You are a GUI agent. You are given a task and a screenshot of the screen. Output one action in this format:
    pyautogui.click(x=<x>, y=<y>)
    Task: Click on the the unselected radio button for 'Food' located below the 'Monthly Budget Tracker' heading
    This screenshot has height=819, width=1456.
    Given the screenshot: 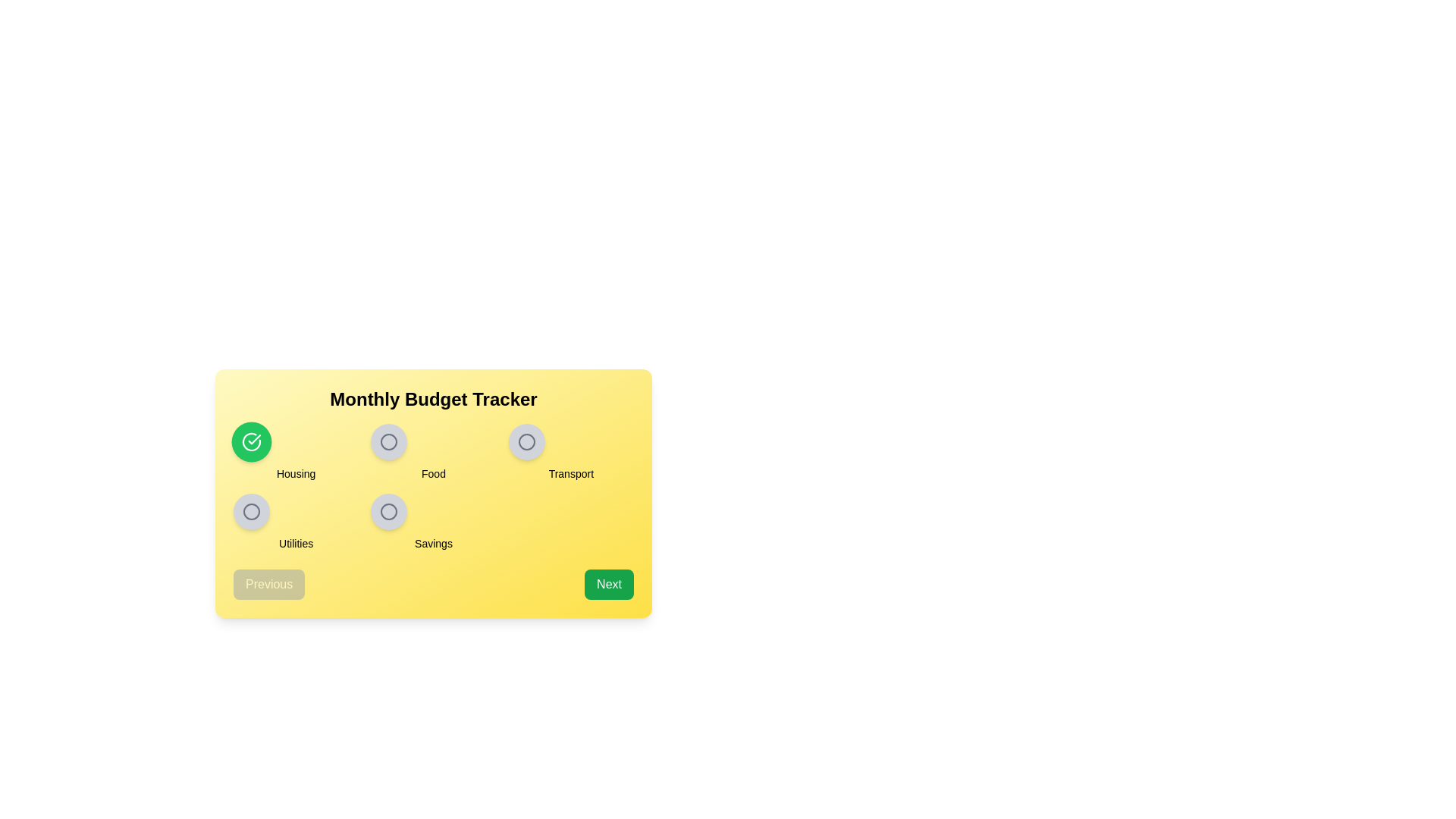 What is the action you would take?
    pyautogui.click(x=389, y=441)
    